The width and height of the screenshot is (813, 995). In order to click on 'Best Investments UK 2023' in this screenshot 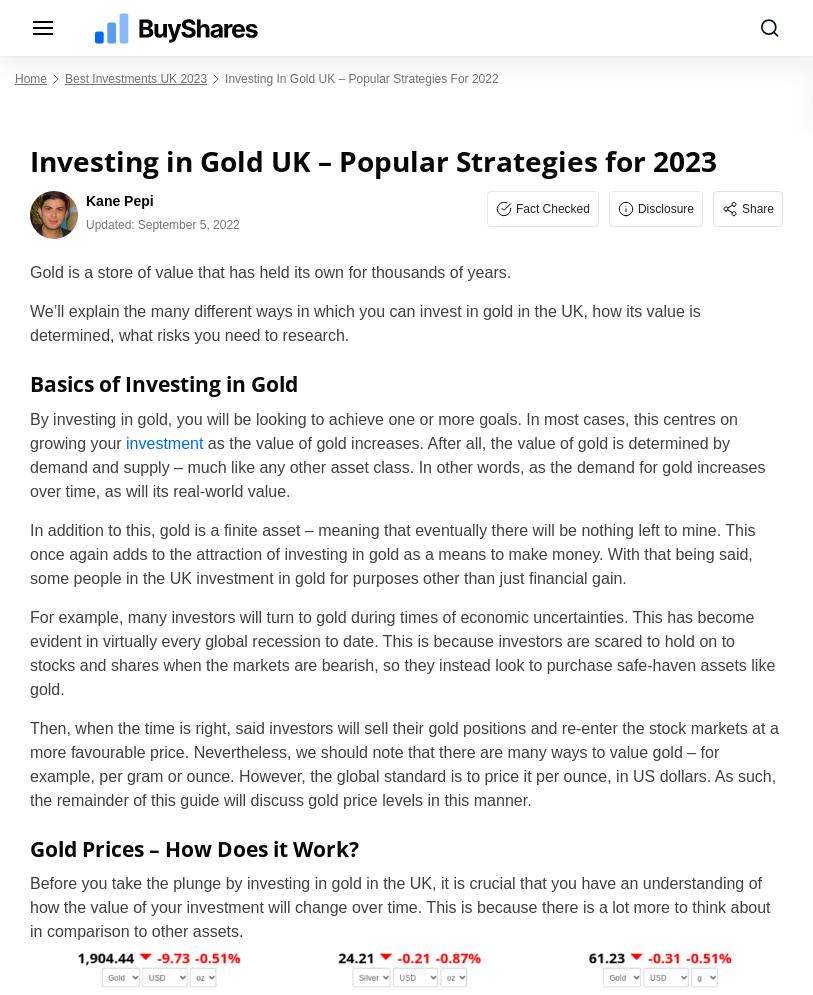, I will do `click(135, 79)`.